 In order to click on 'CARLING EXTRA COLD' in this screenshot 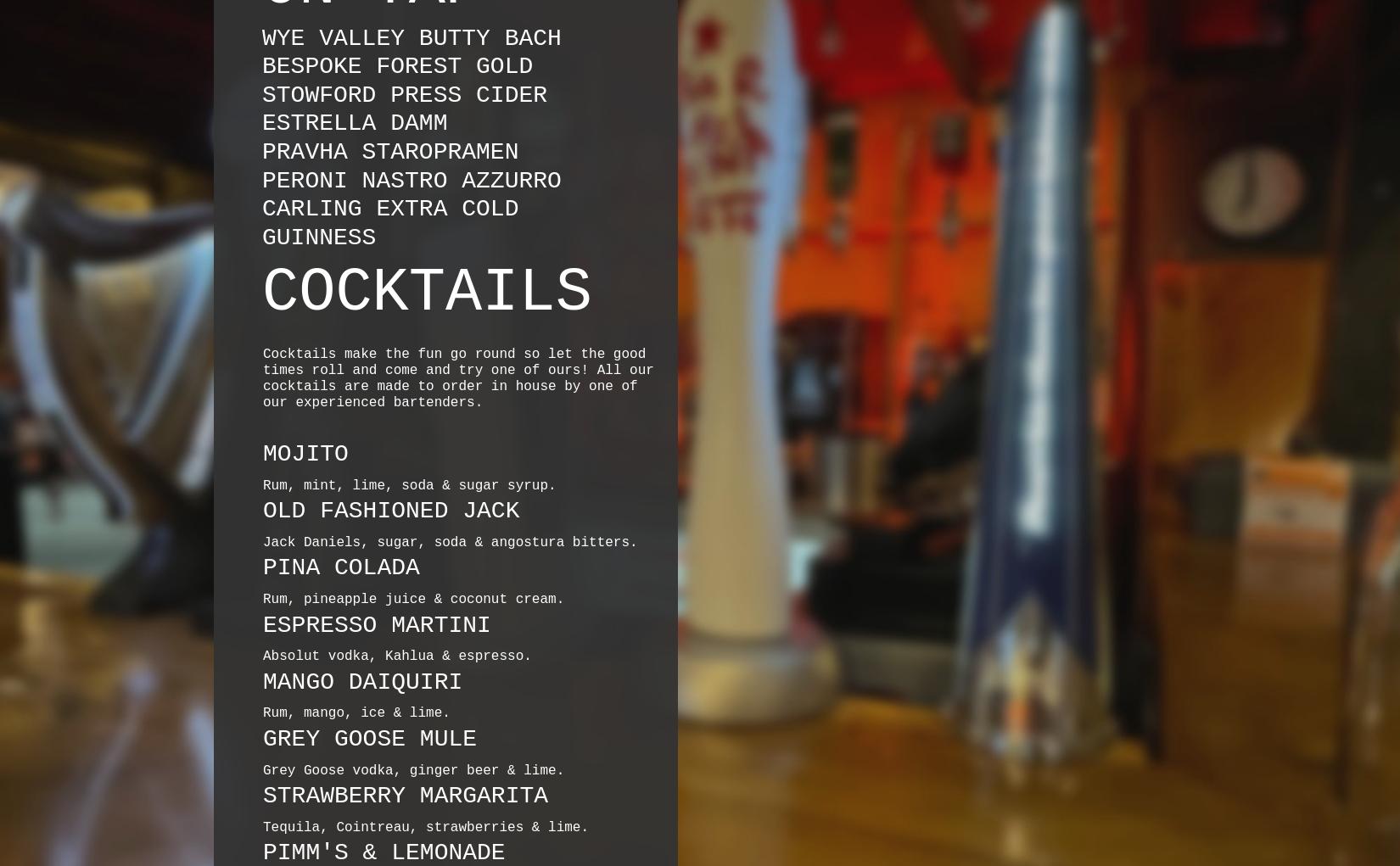, I will do `click(389, 208)`.